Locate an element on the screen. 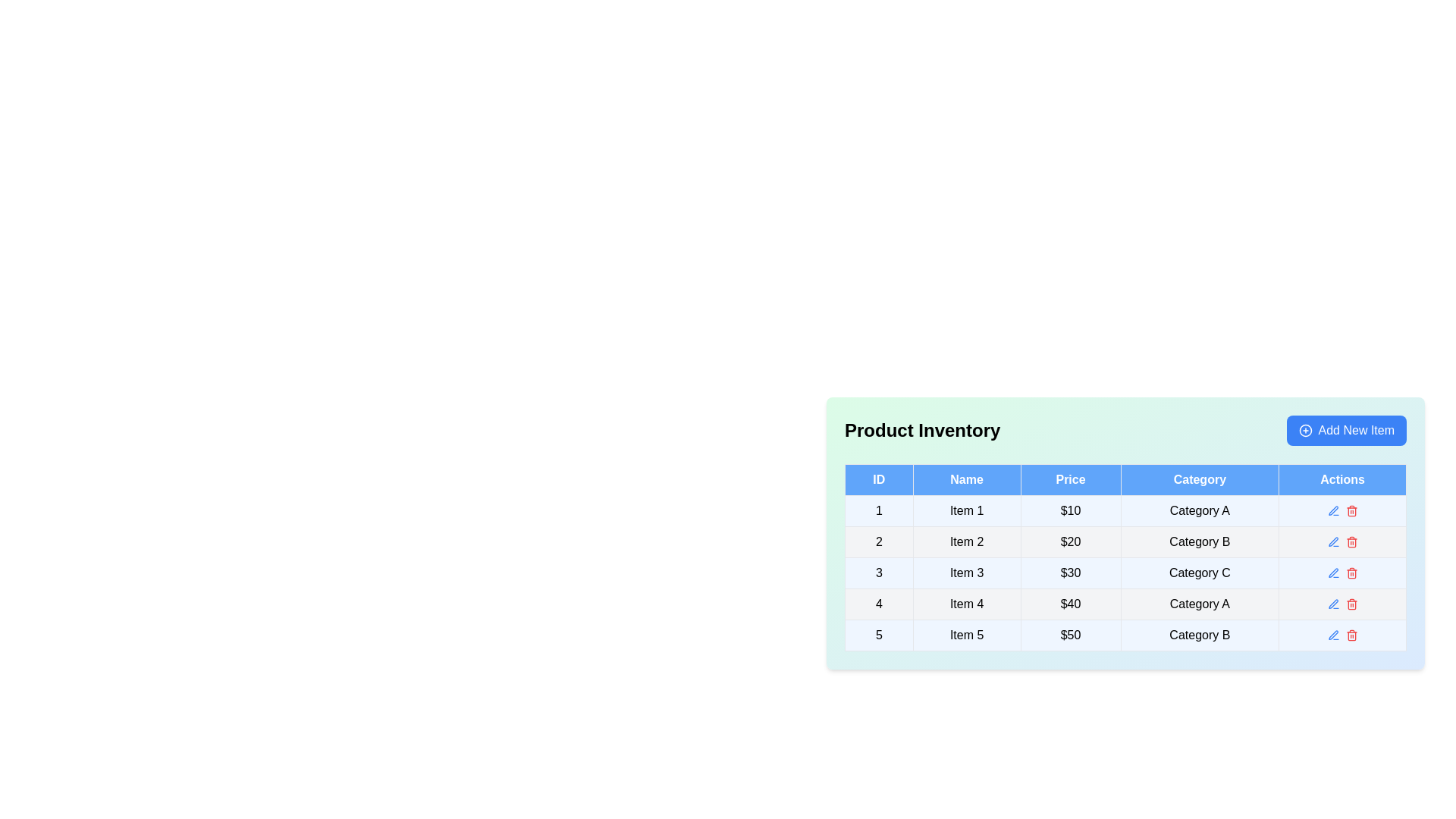 Image resolution: width=1456 pixels, height=819 pixels. the third row of the product inventory table, which contains details for 'Item 3' including its ID, Price, and Category is located at coordinates (1125, 573).